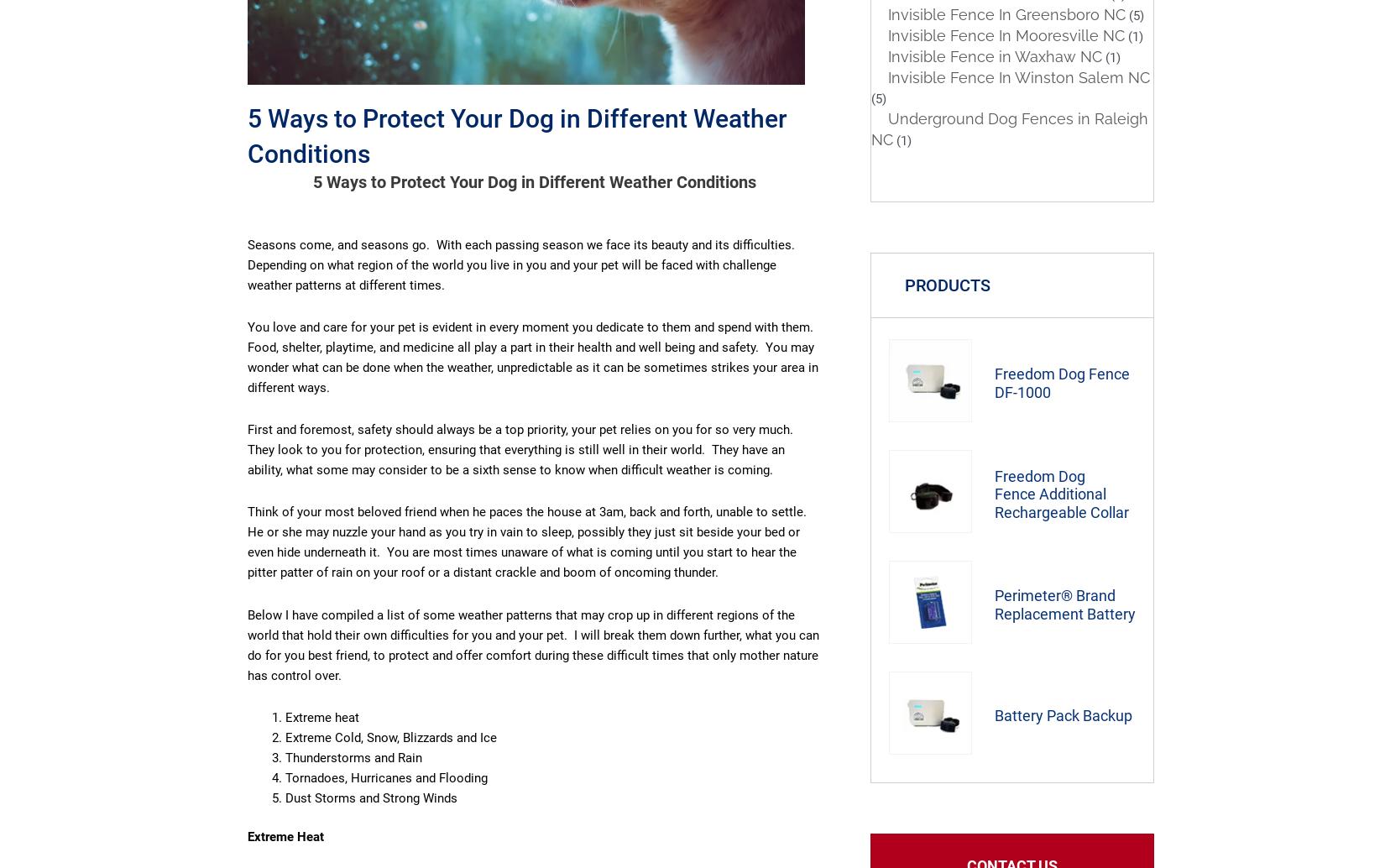  I want to click on 'Freedom Dog', so click(1039, 475).